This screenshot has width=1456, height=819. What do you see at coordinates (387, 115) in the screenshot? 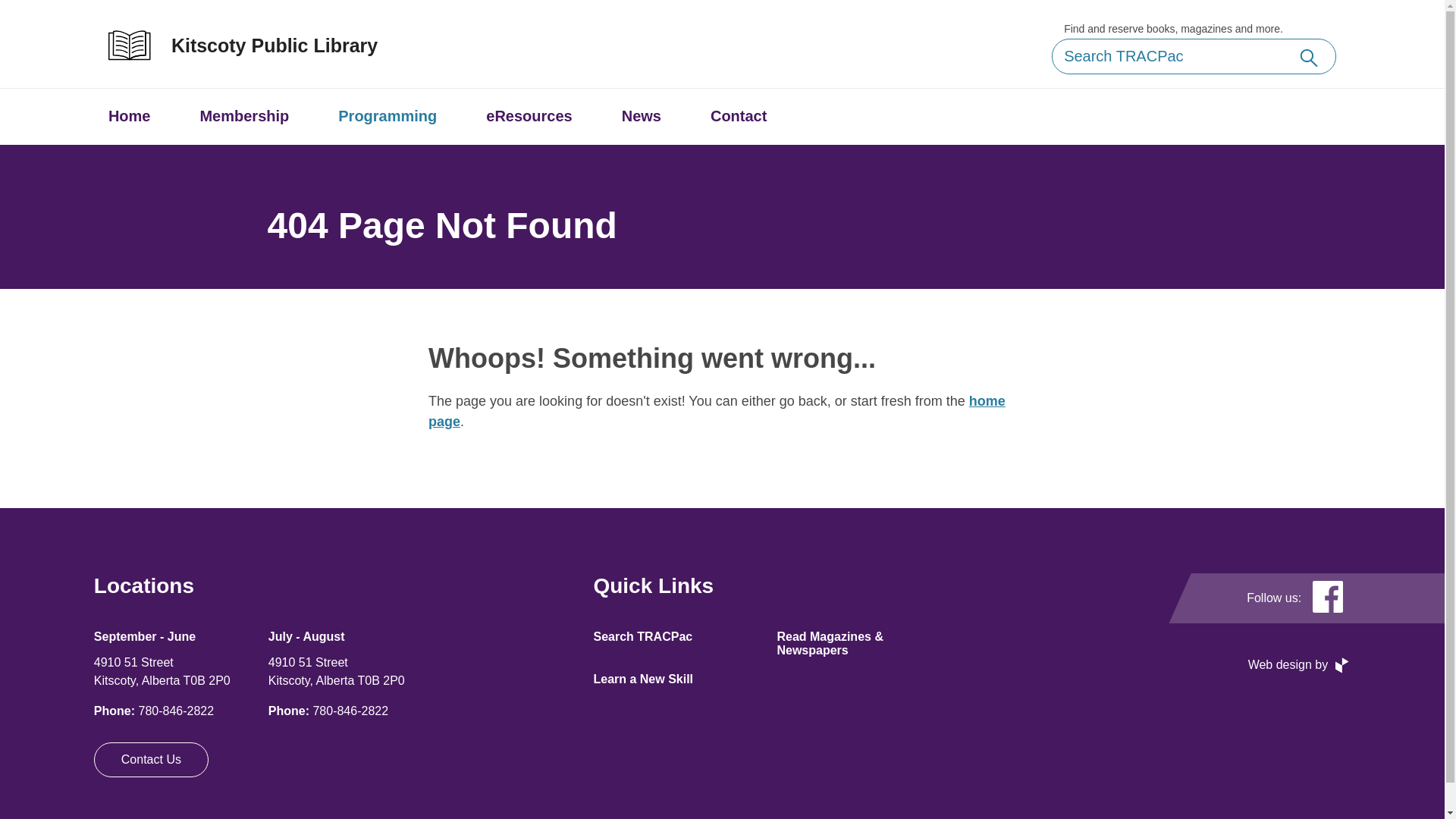
I see `'Programming'` at bounding box center [387, 115].